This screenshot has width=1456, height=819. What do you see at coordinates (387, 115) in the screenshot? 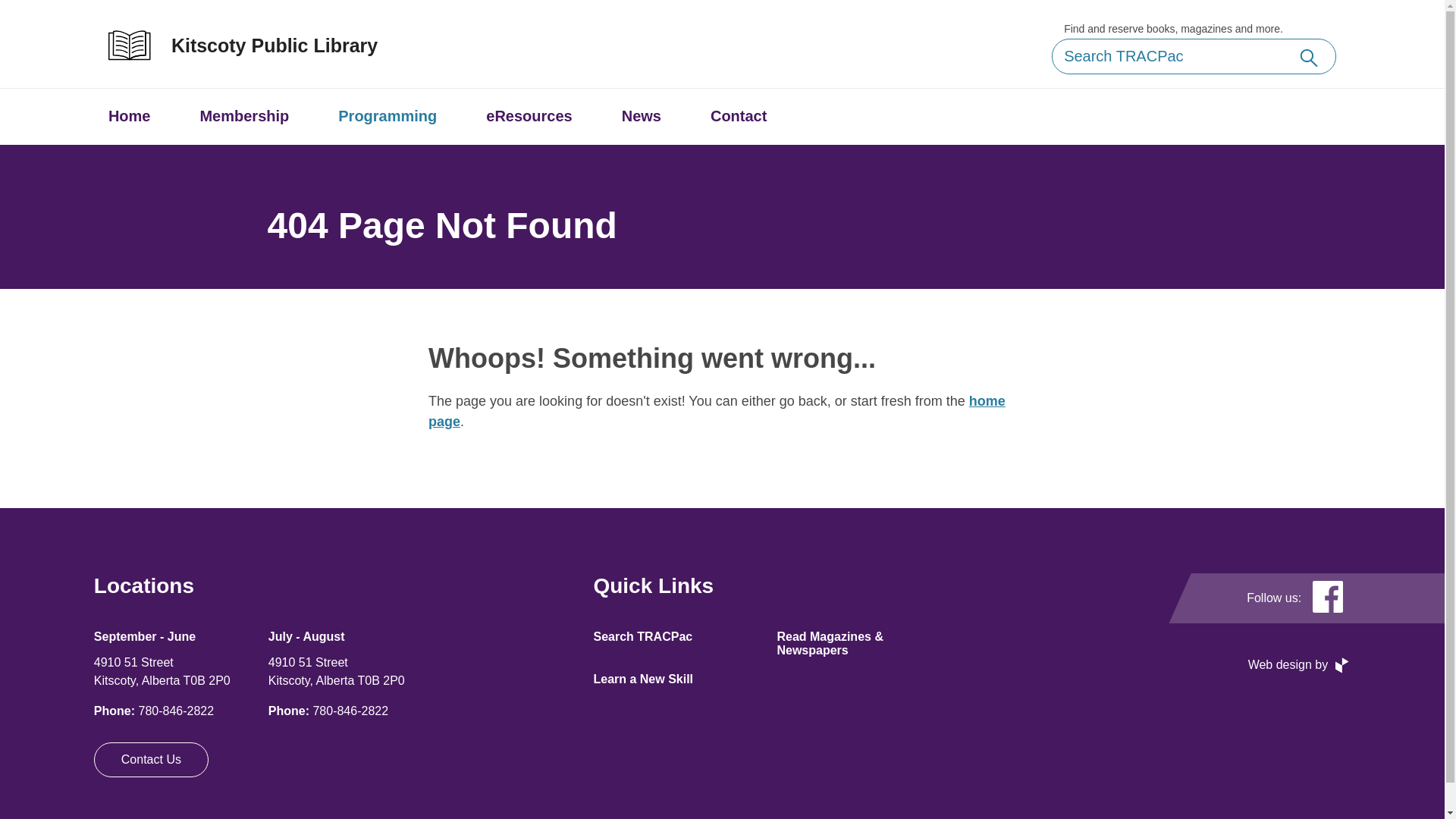
I see `'Programming'` at bounding box center [387, 115].